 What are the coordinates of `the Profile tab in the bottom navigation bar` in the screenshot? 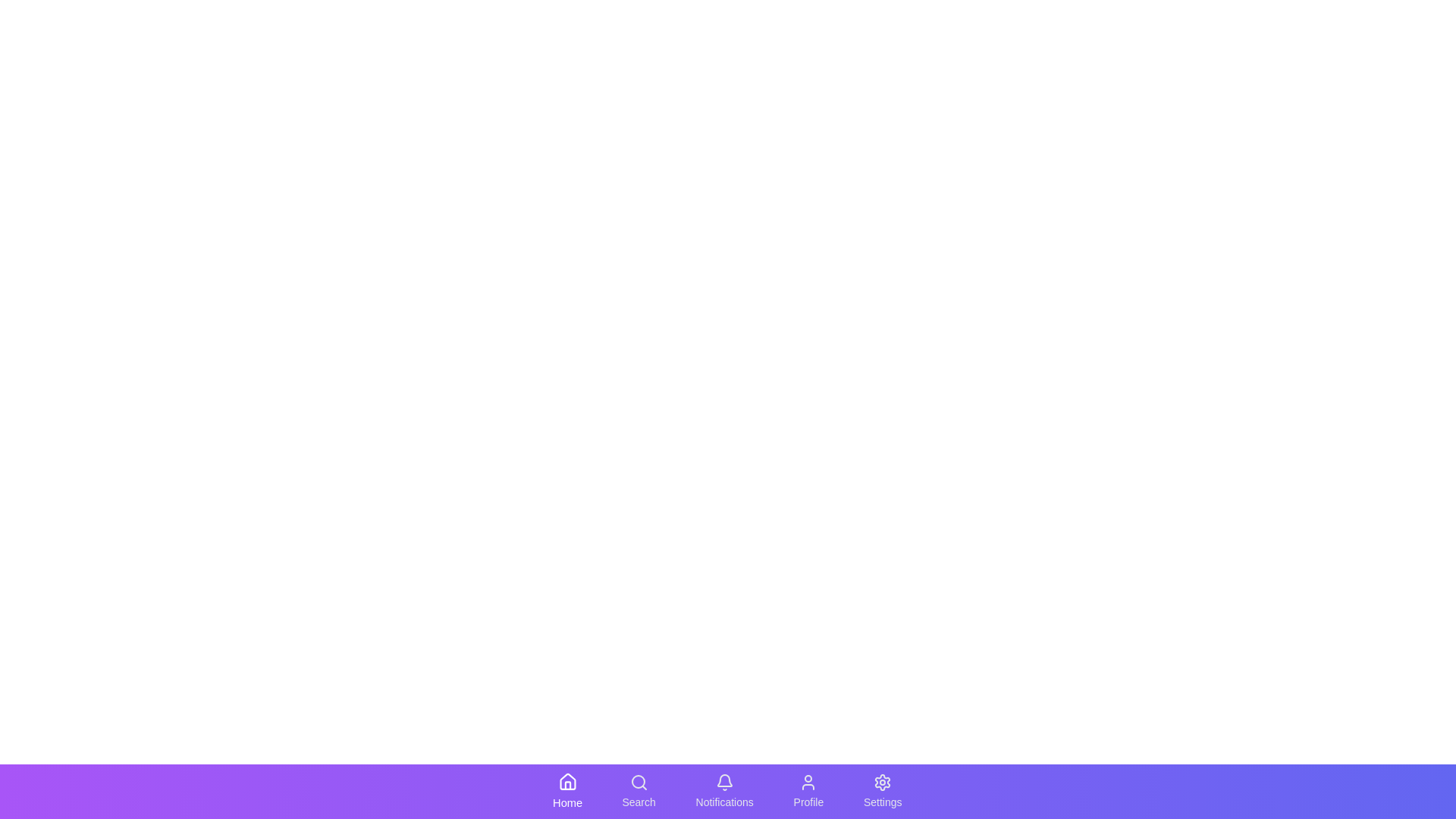 It's located at (807, 791).